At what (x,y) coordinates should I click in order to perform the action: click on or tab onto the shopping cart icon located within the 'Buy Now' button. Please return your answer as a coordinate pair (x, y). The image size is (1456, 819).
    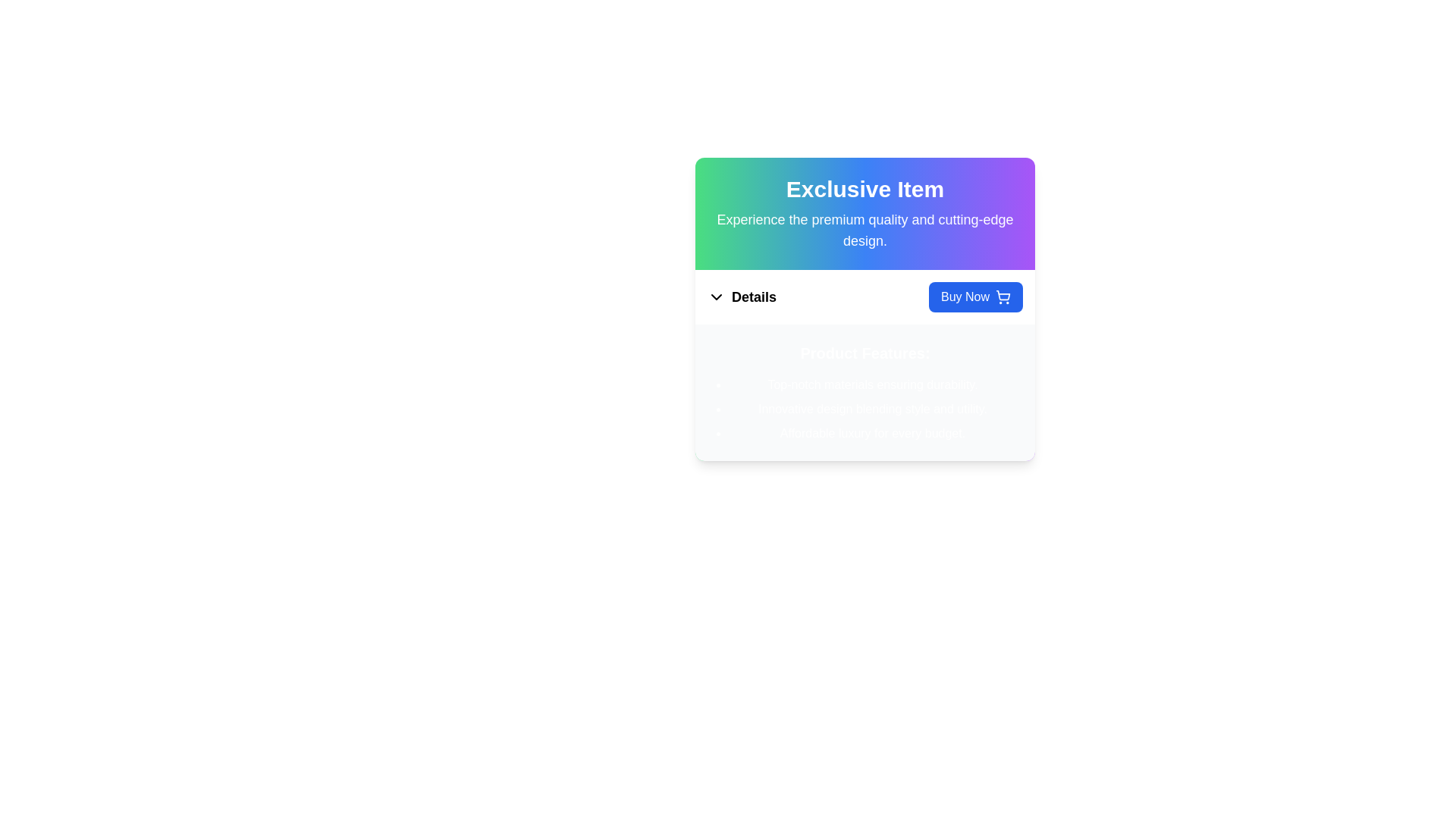
    Looking at the image, I should click on (1003, 297).